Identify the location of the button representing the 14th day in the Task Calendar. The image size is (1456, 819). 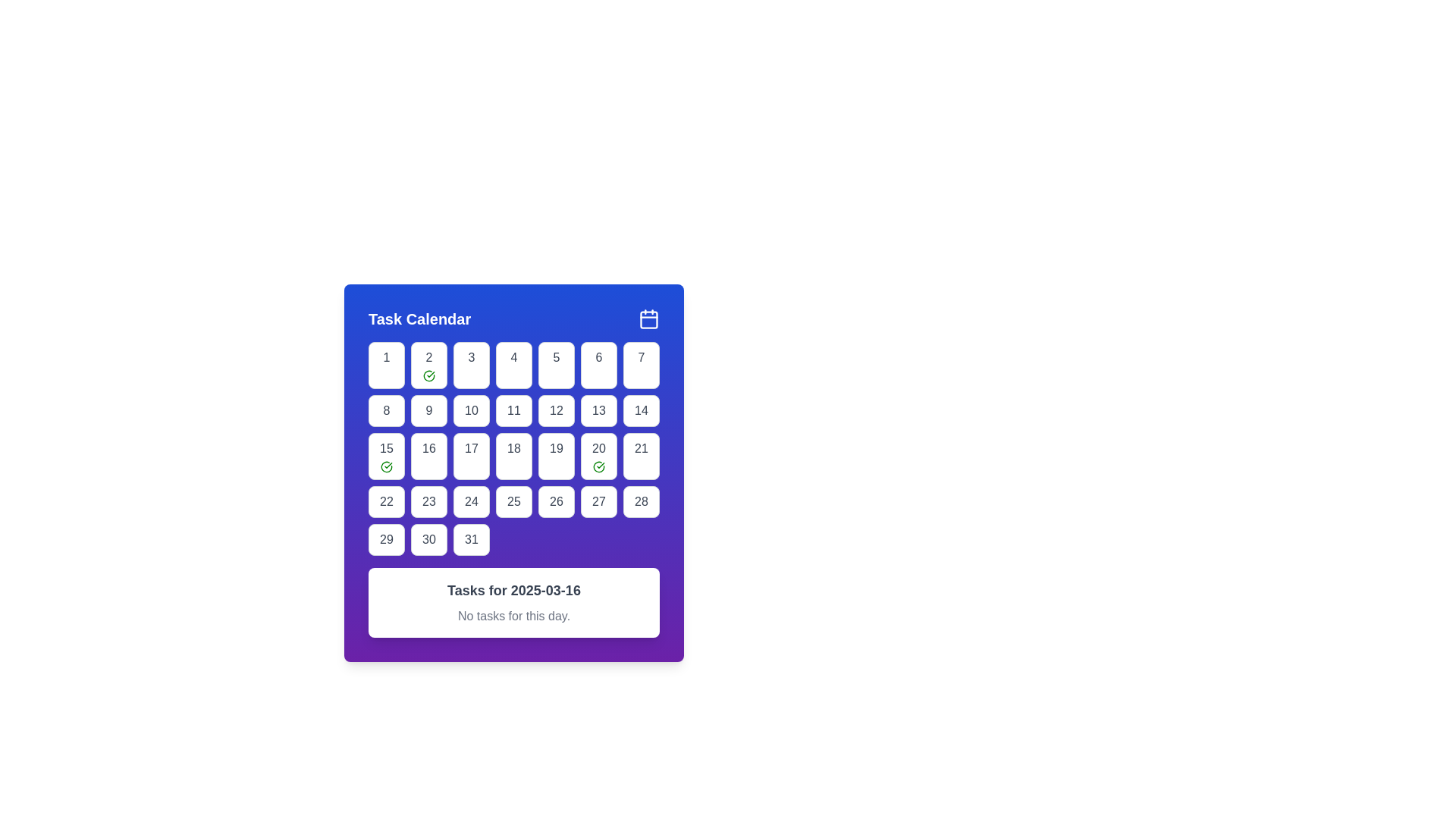
(641, 411).